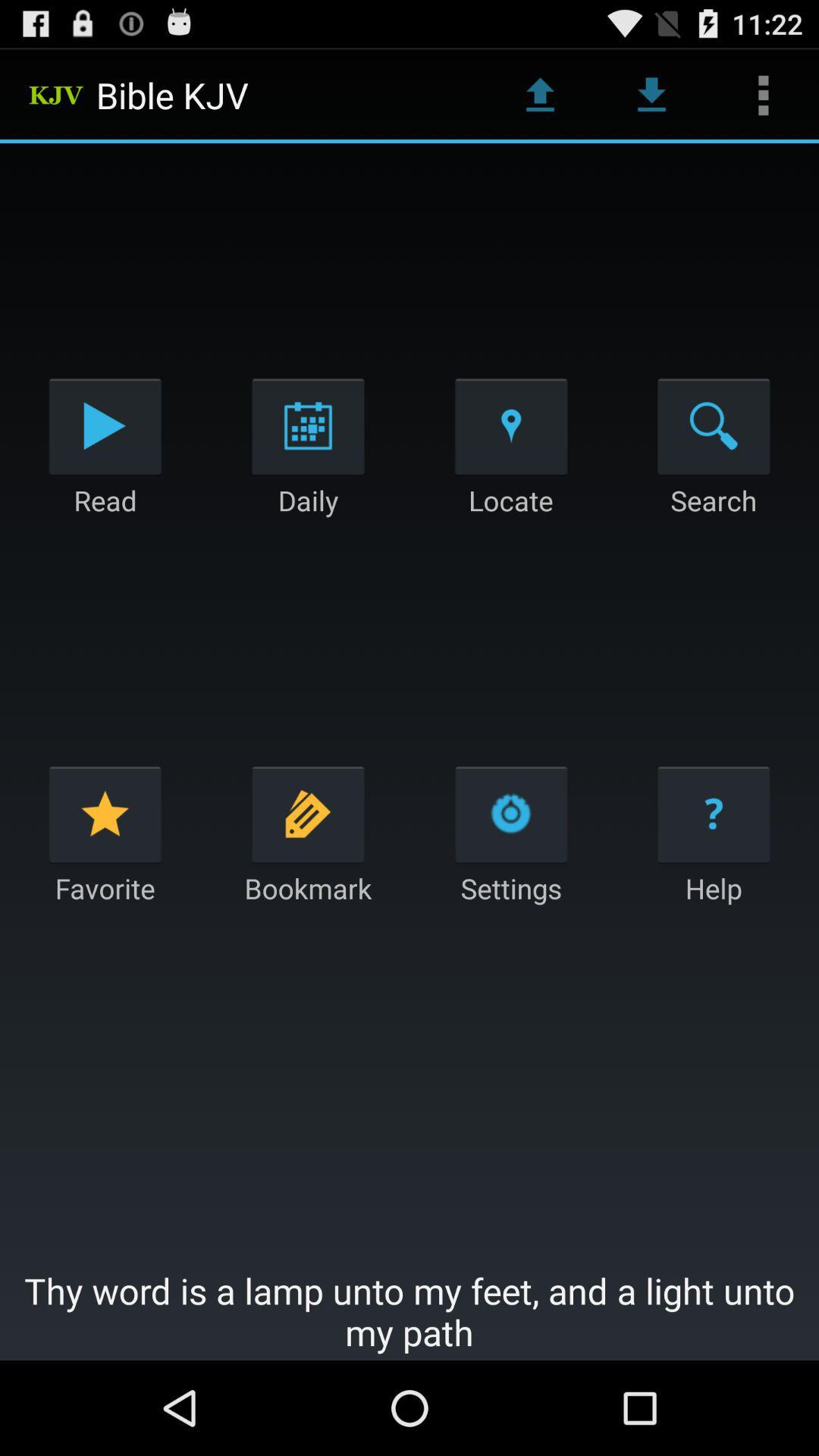  What do you see at coordinates (307, 425) in the screenshot?
I see `the app above daily` at bounding box center [307, 425].